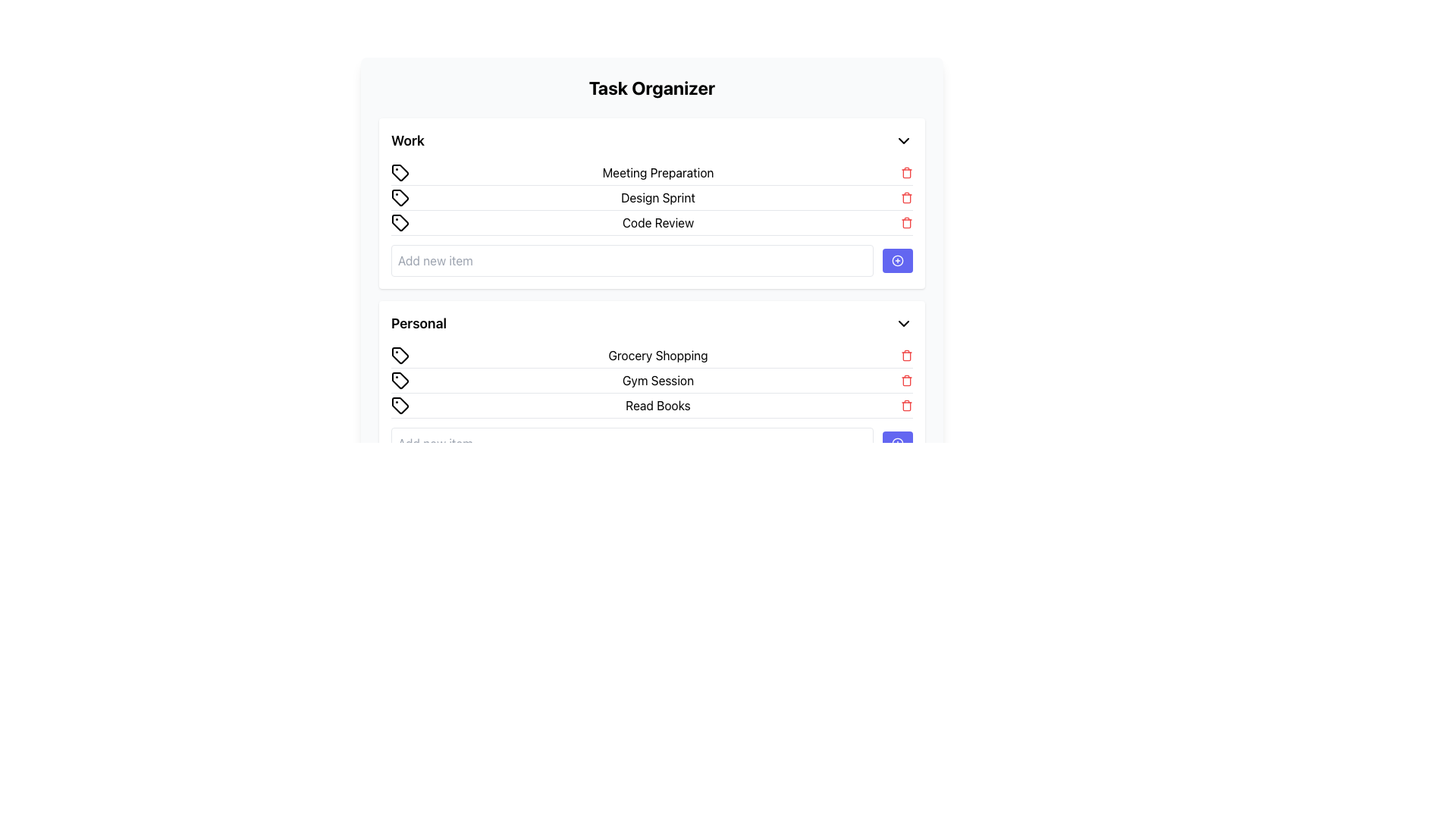  What do you see at coordinates (400, 171) in the screenshot?
I see `the Tag icon in the 'Work' section of the 'Task Organizer' application, which is the leftmost element in the first row, next to 'Meeting Preparation'` at bounding box center [400, 171].